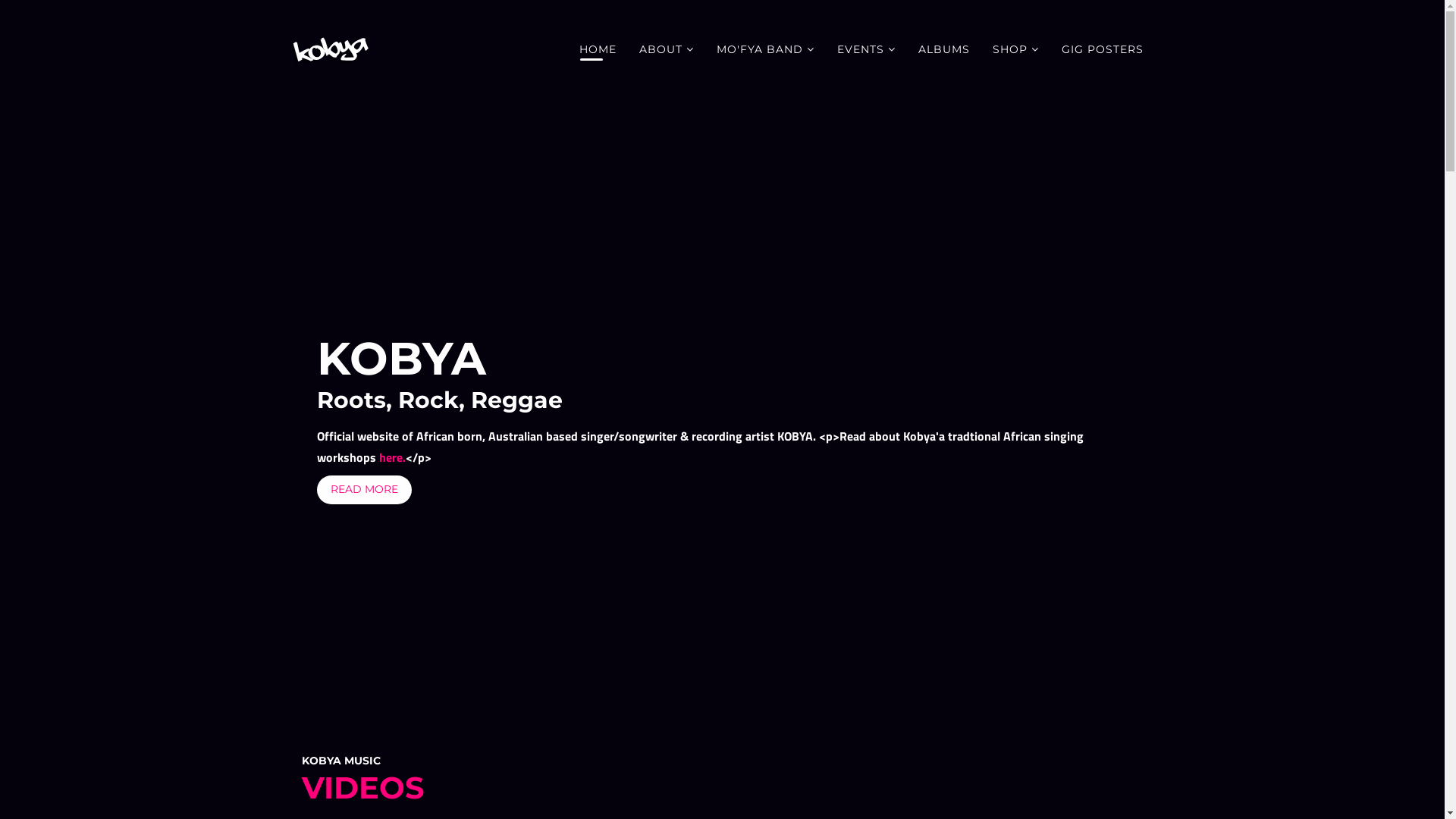 This screenshot has height=819, width=1456. Describe the element at coordinates (1102, 49) in the screenshot. I see `'GIG POSTERS'` at that location.